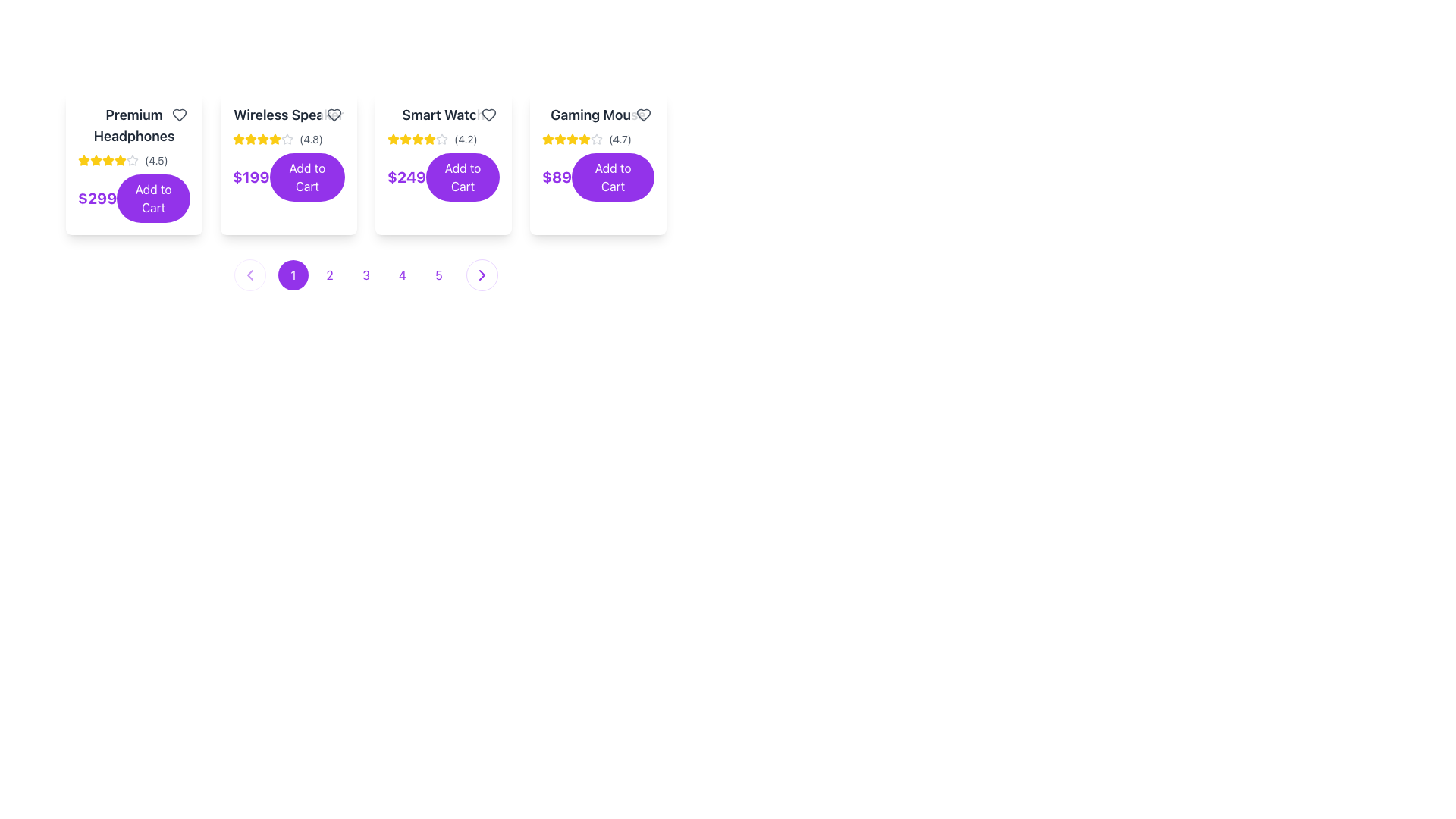  Describe the element at coordinates (571, 139) in the screenshot. I see `the third star icon for rating in the product card for 'Gaming Mouse' to possibly interact or display additional information` at that location.